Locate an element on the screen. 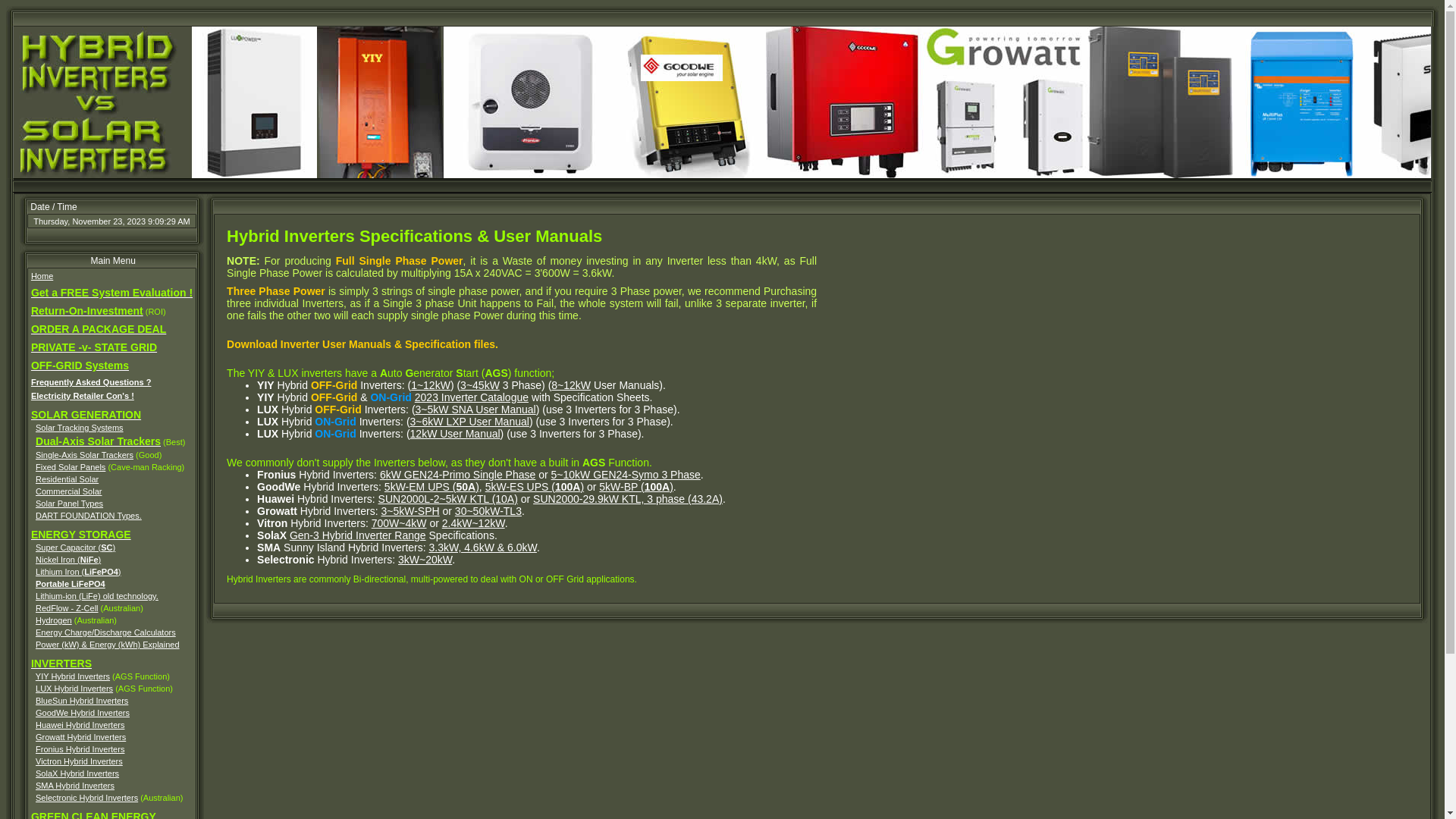  'OFF-GRID Systems' is located at coordinates (79, 366).